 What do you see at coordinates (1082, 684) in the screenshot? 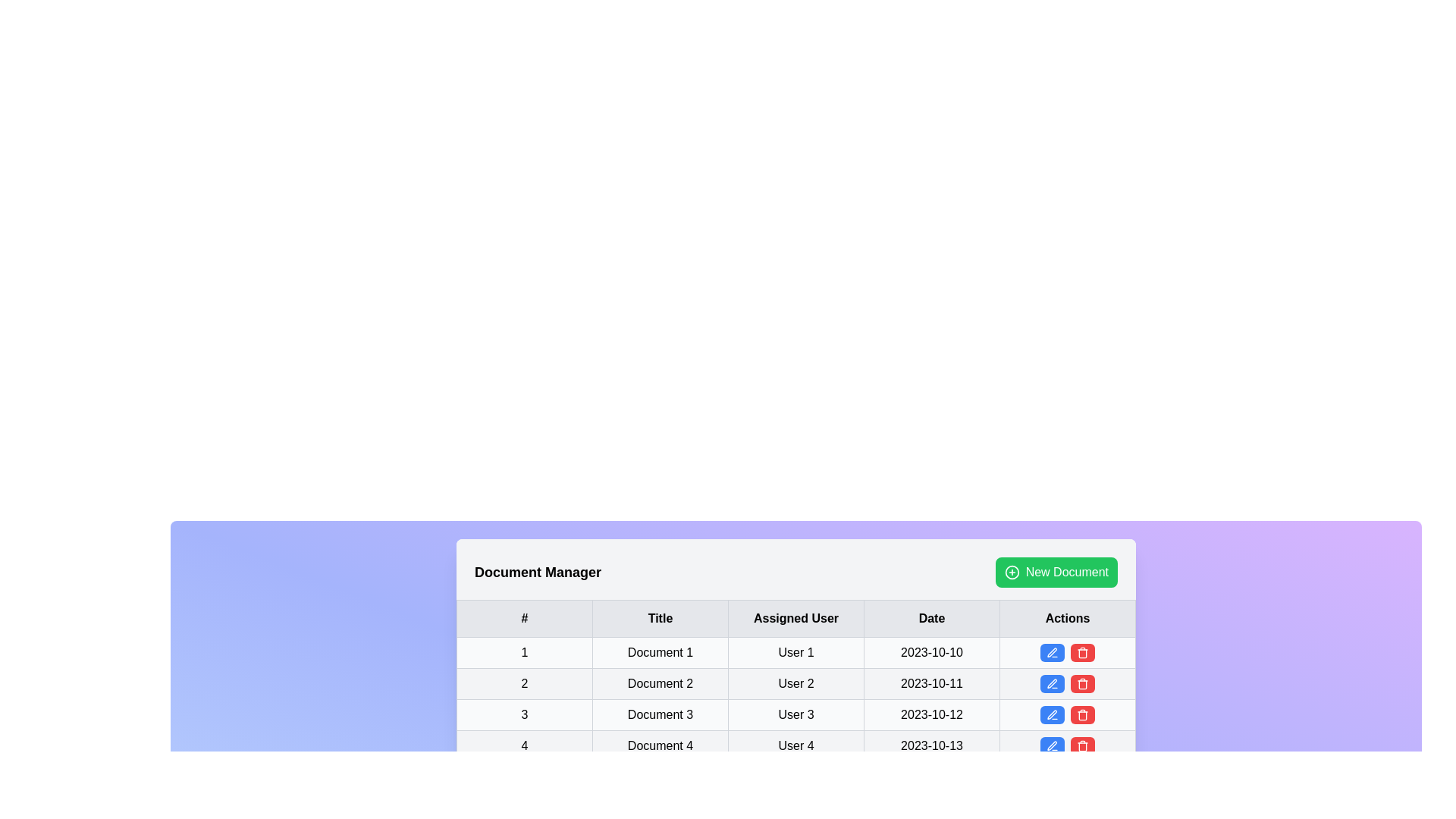
I see `the trash icon located within the red button in the 'Actions' column of the last row` at bounding box center [1082, 684].